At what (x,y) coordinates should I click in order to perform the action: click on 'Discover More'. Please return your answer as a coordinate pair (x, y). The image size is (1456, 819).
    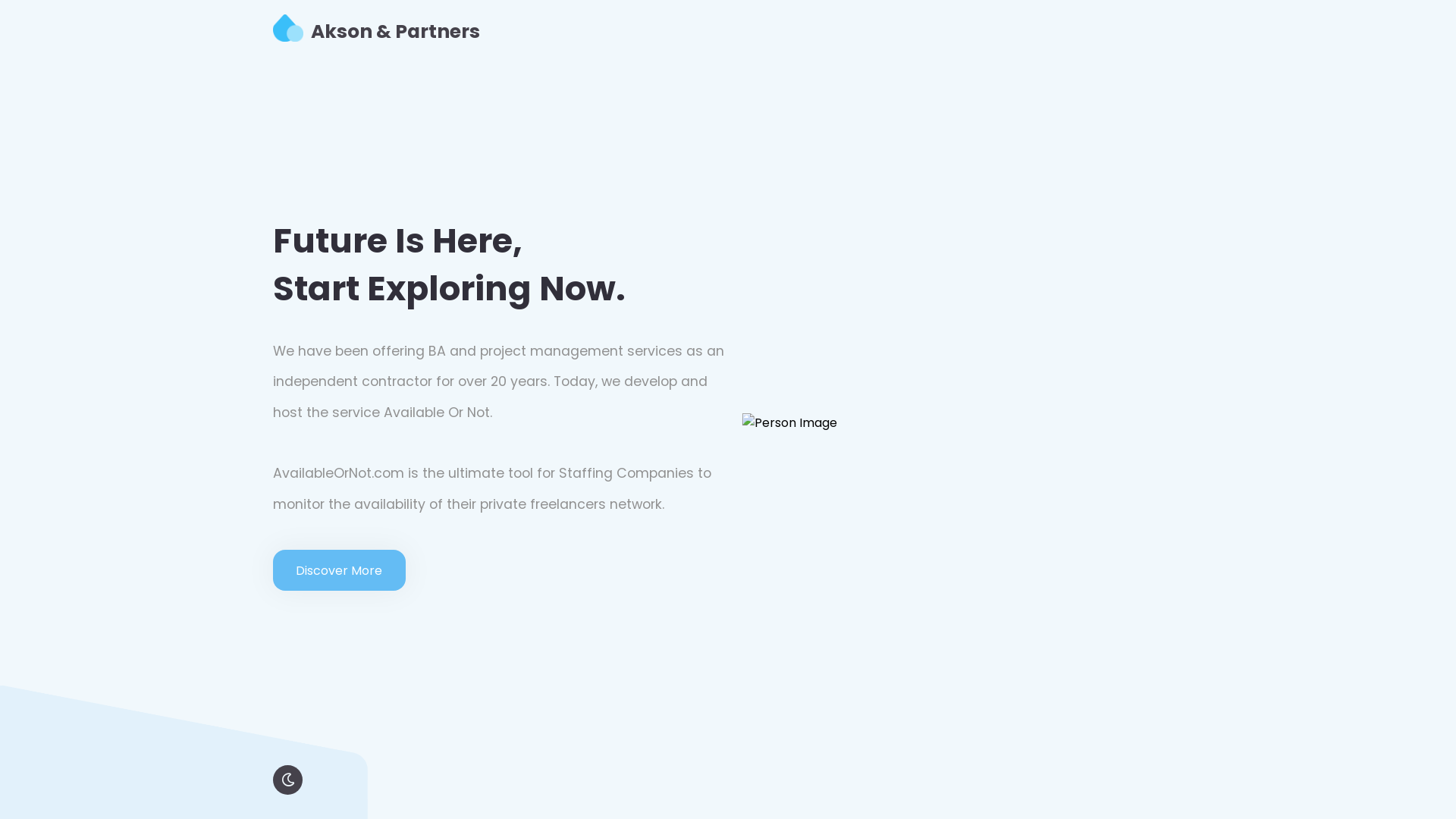
    Looking at the image, I should click on (338, 570).